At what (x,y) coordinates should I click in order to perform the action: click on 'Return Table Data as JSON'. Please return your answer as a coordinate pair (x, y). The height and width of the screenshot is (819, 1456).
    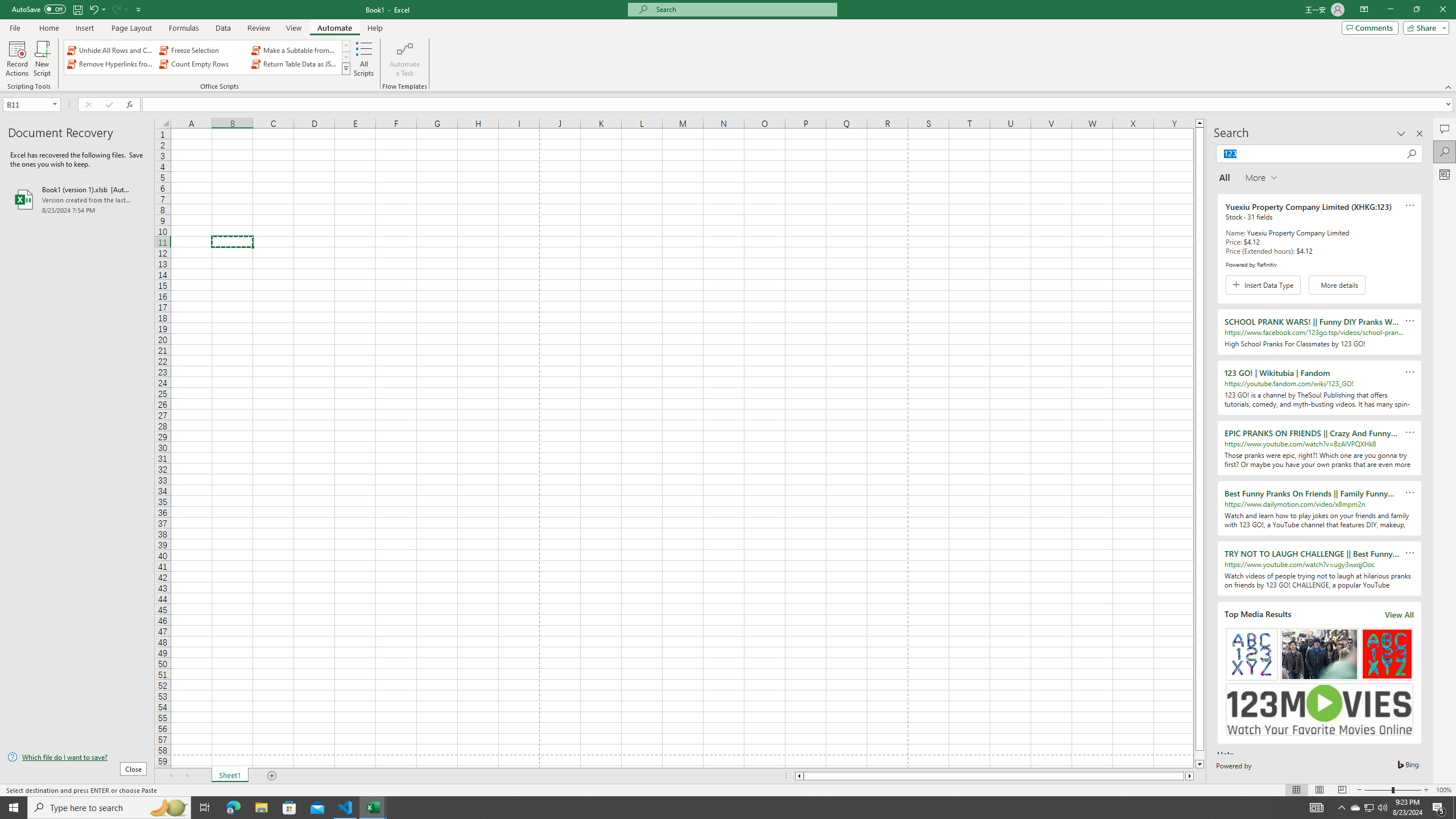
    Looking at the image, I should click on (294, 64).